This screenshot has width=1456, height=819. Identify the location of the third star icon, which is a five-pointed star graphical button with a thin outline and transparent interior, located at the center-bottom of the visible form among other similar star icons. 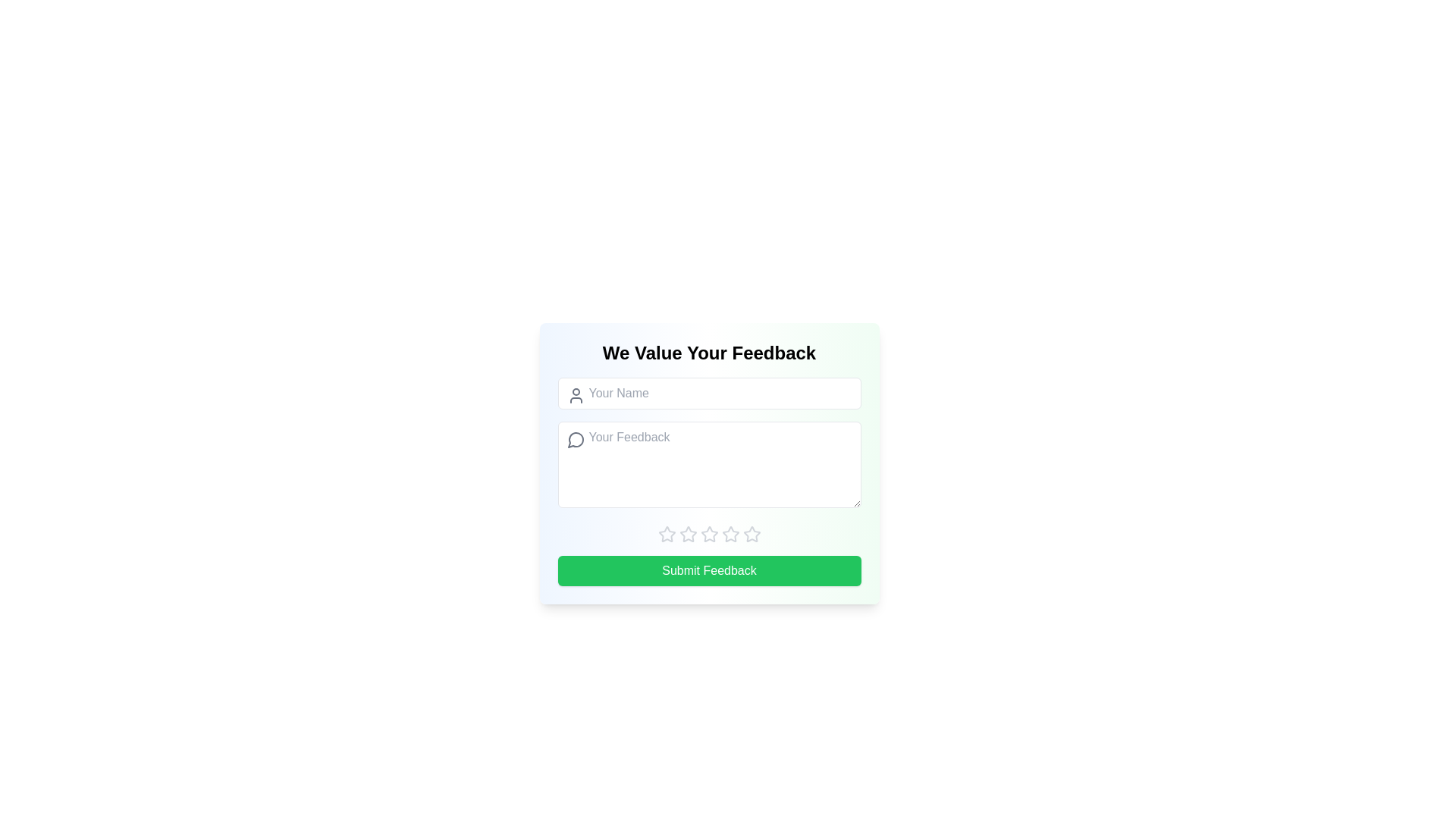
(730, 533).